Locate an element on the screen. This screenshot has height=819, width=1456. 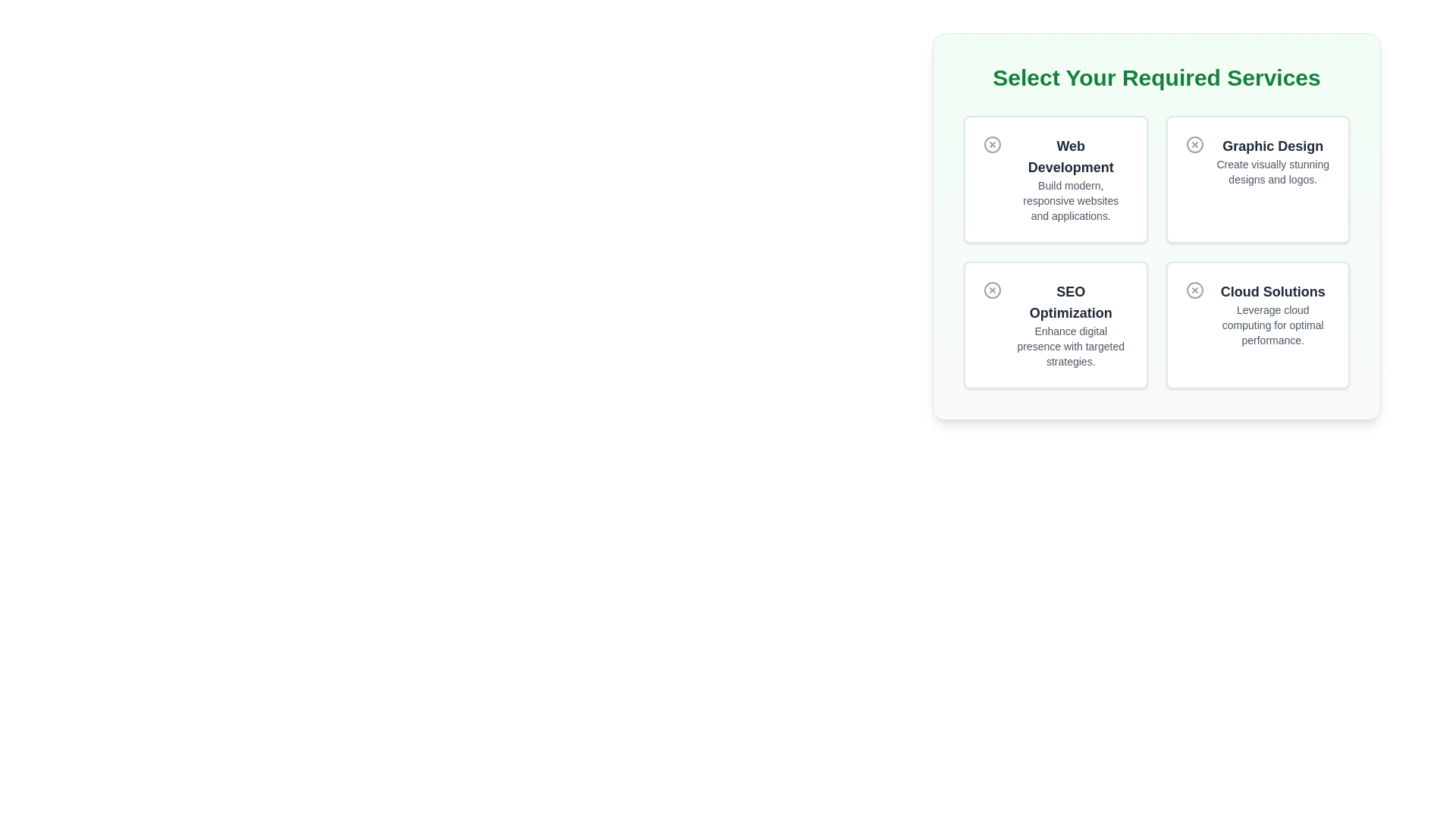
the textual details of the Informational card titled 'Web Development' which is the top-left card in the grid of options labeled 'Select Your Required Services' is located at coordinates (1070, 178).